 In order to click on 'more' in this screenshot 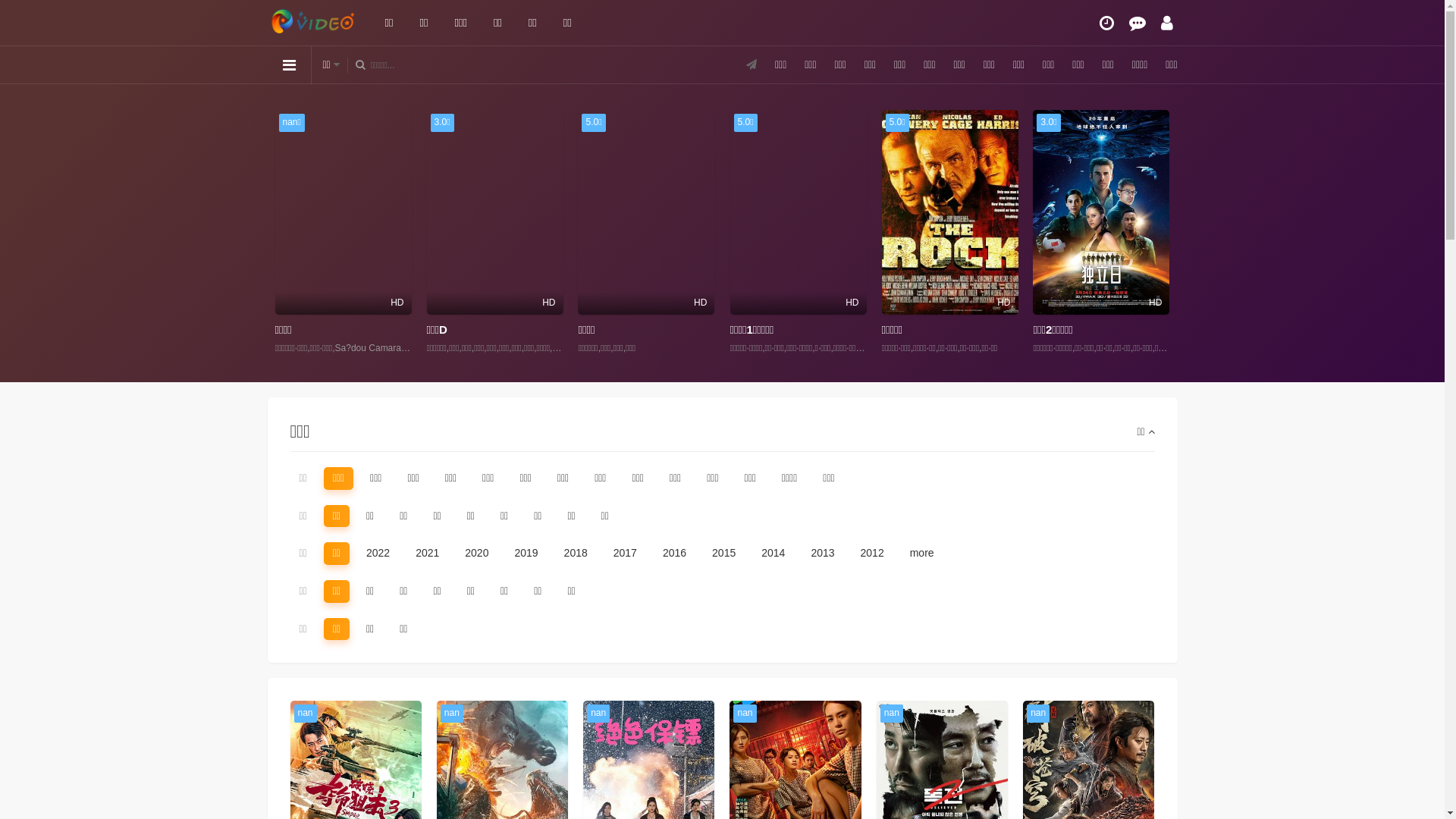, I will do `click(901, 553)`.